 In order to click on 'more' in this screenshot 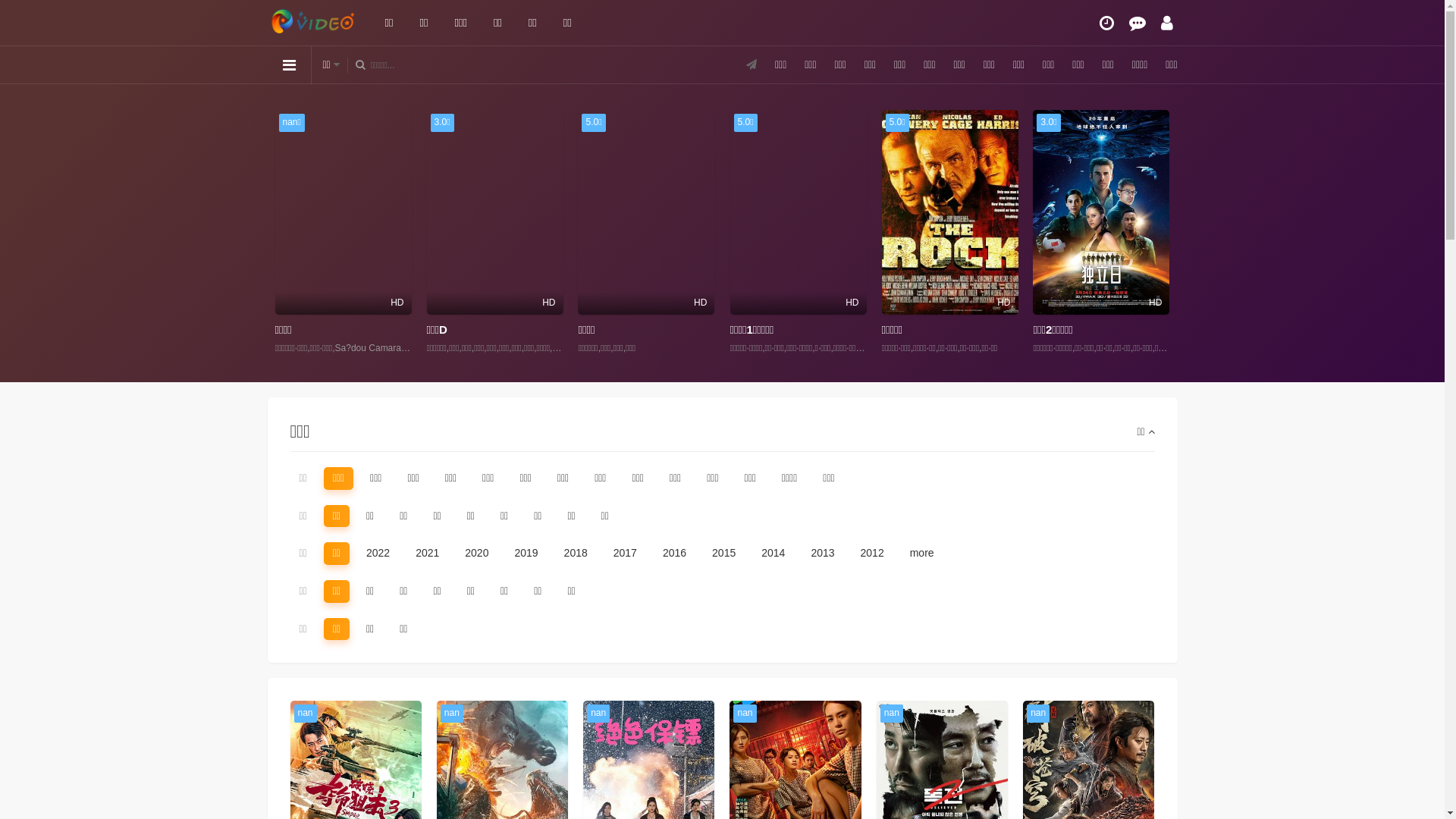, I will do `click(901, 553)`.